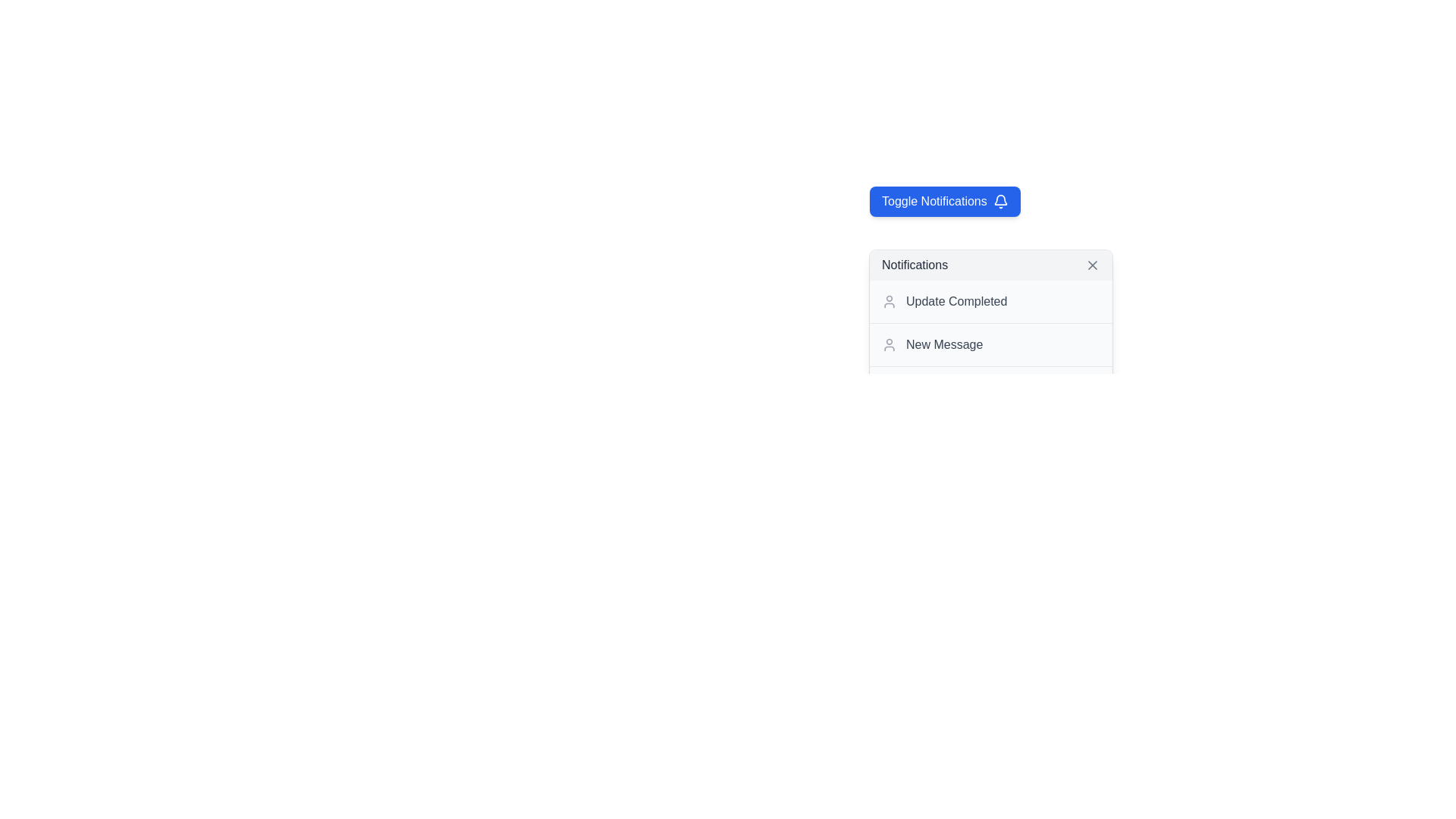 The image size is (1456, 819). What do you see at coordinates (943, 345) in the screenshot?
I see `the 'New Message' text, which is rendered in gray color and is the second textual component in the notification dropdown` at bounding box center [943, 345].